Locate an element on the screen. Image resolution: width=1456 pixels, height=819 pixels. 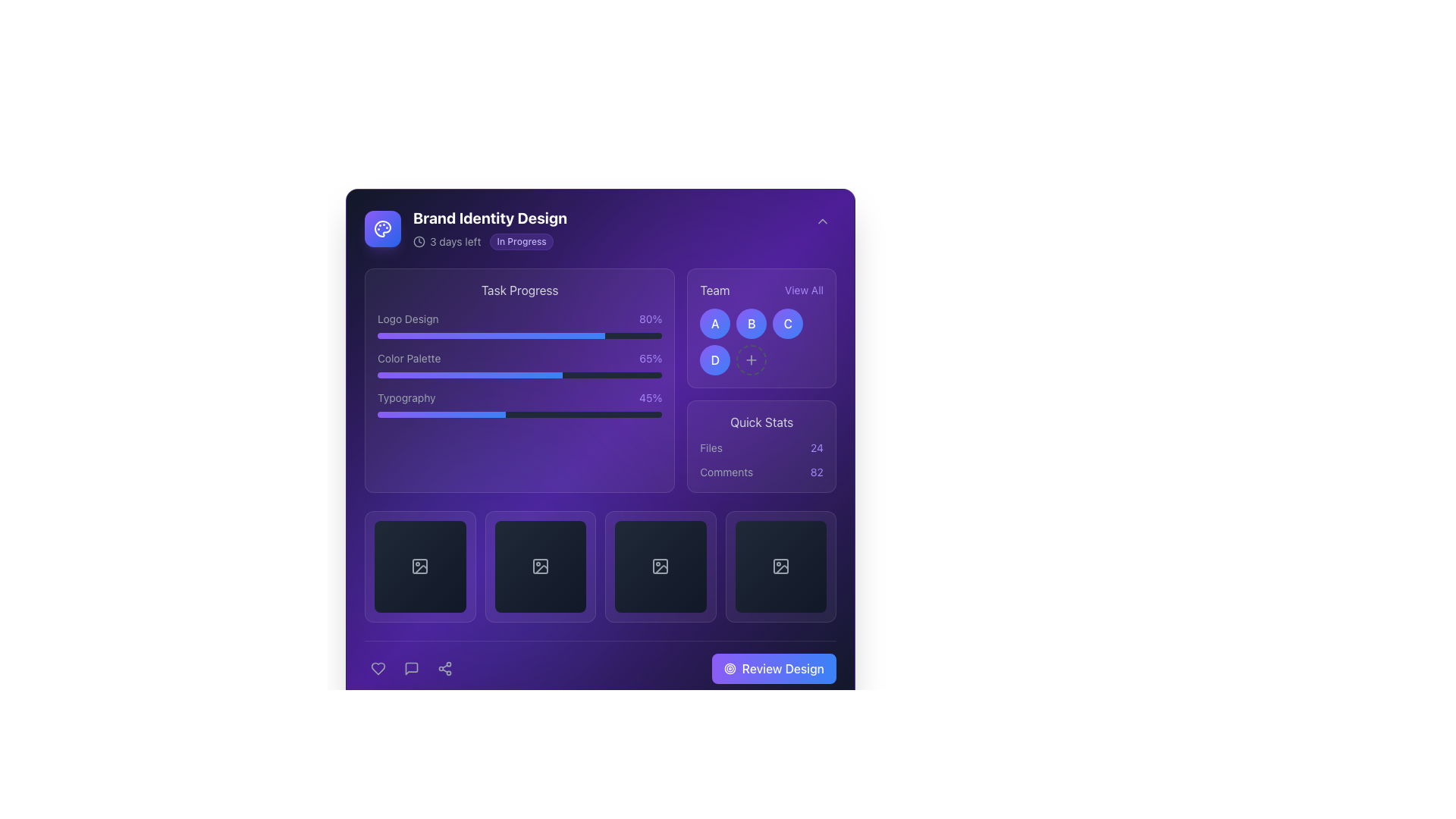
the small circular icon with a cross symbol inside located in the third column of the 'Team' section is located at coordinates (752, 359).